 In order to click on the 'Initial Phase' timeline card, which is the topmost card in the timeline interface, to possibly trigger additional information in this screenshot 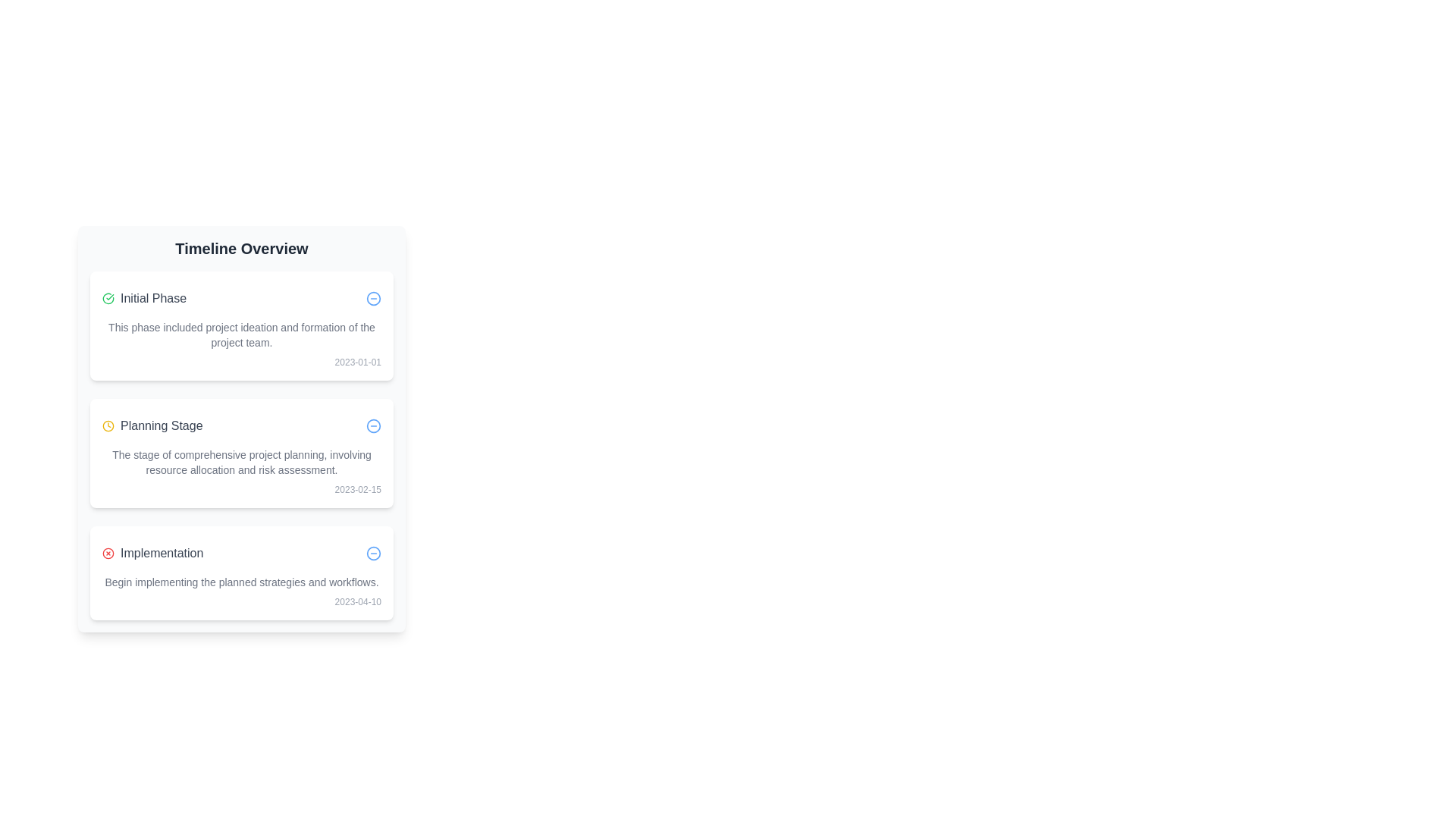, I will do `click(240, 325)`.